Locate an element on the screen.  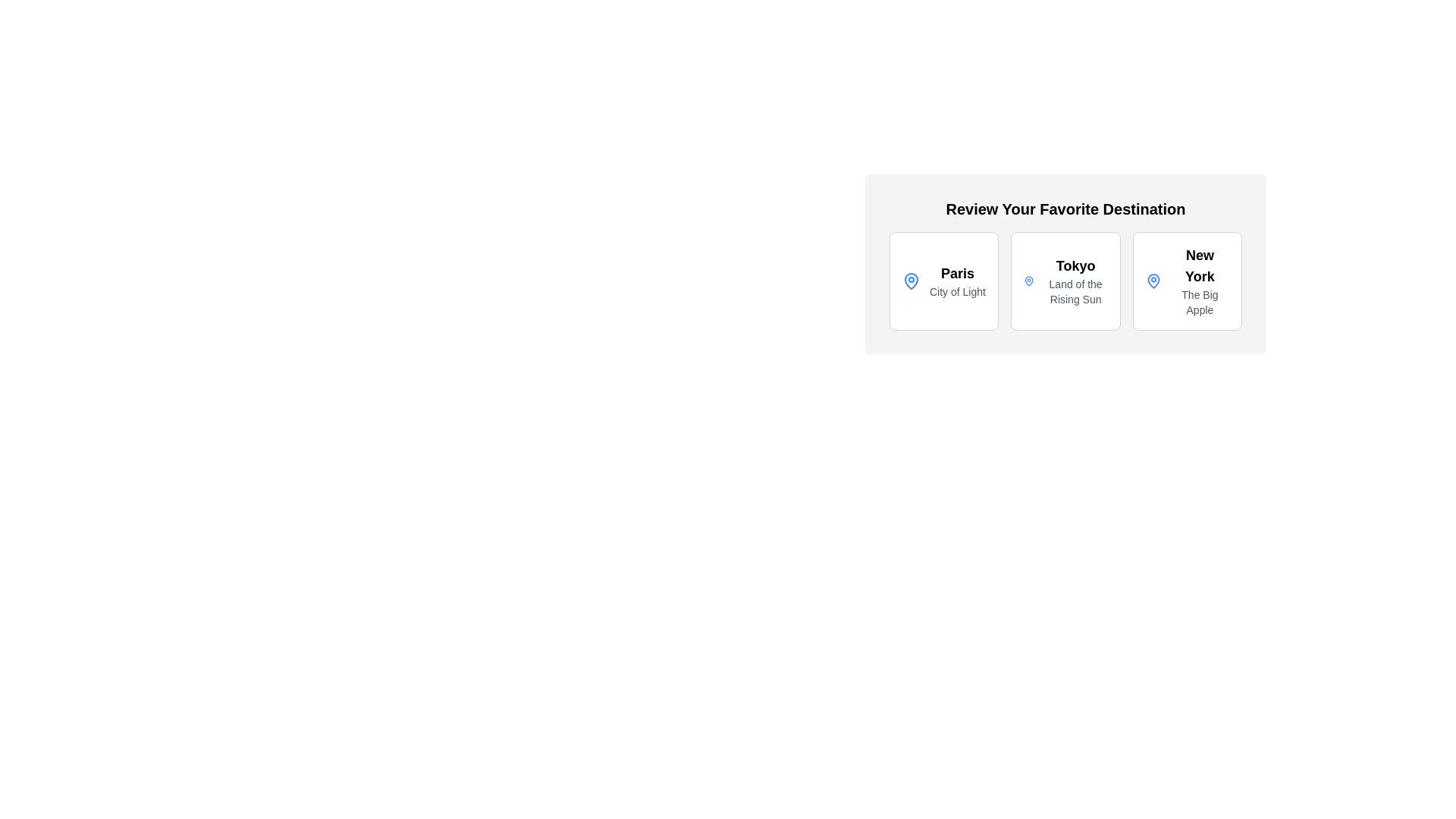
the text label reading 'Paris', which is styled with a bold and large font and positioned in the upper section of the leftmost card of a three-card arrangement is located at coordinates (956, 274).